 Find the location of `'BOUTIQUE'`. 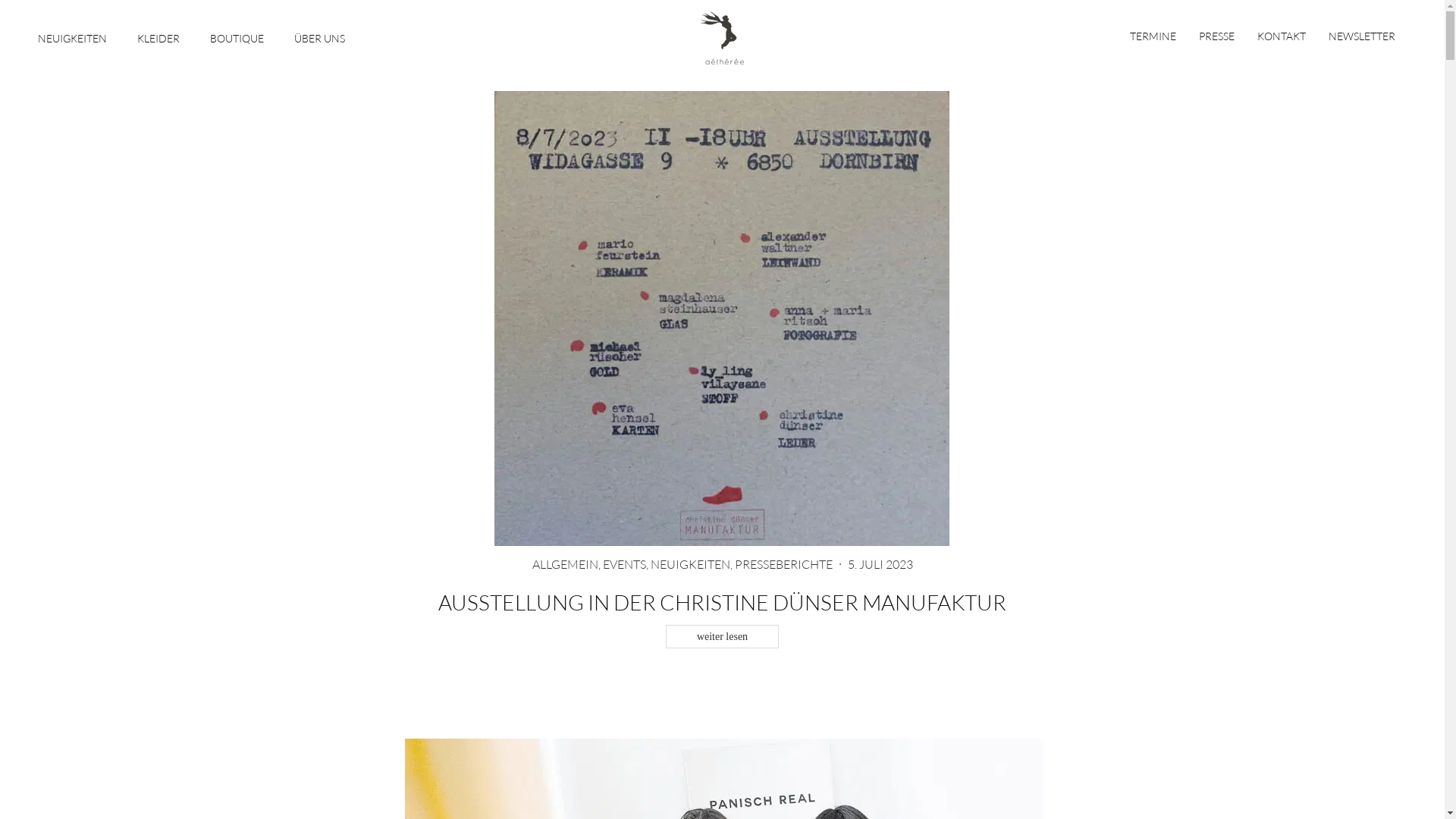

'BOUTIQUE' is located at coordinates (209, 35).